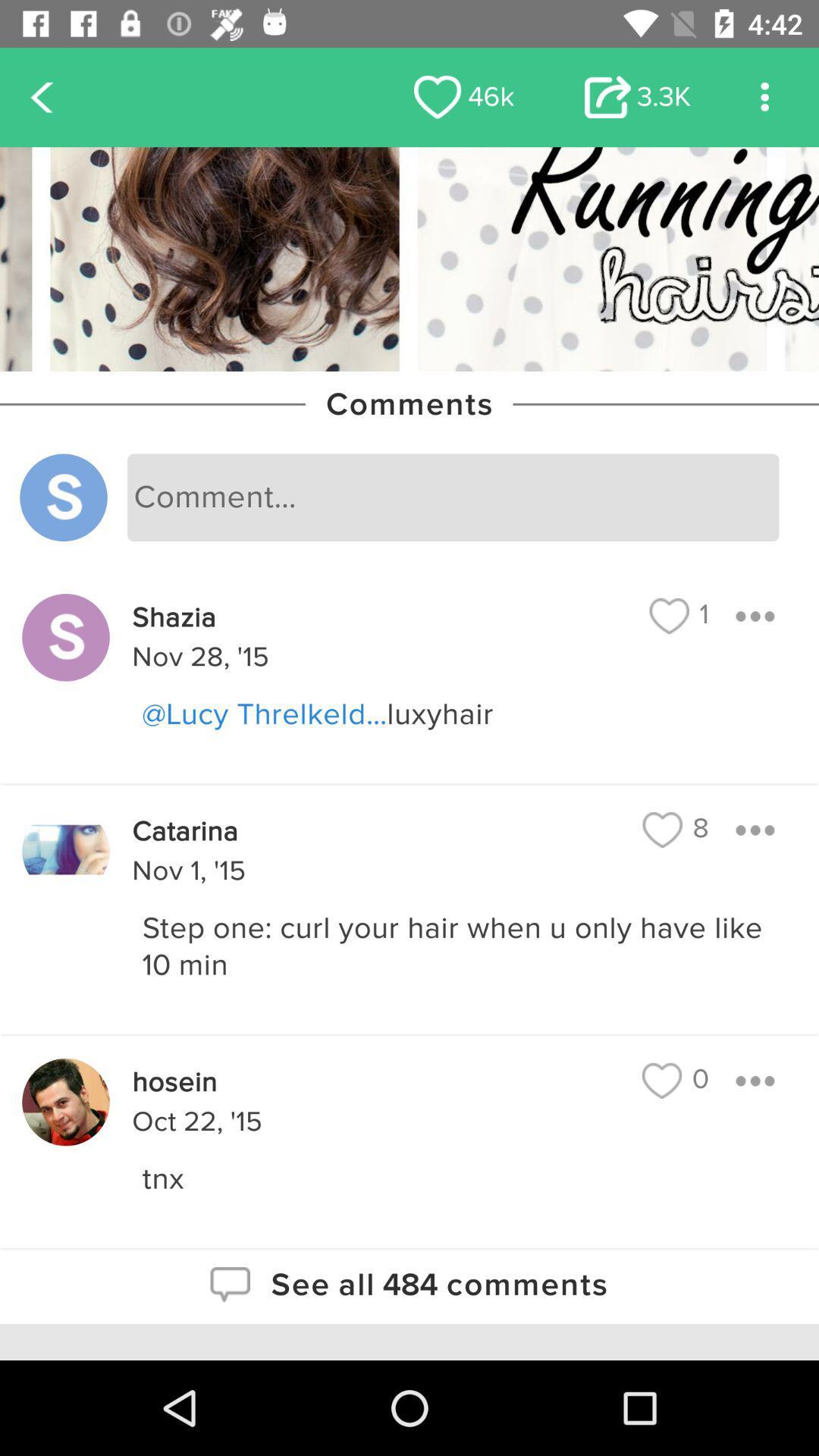  Describe the element at coordinates (452, 497) in the screenshot. I see `write a comment` at that location.